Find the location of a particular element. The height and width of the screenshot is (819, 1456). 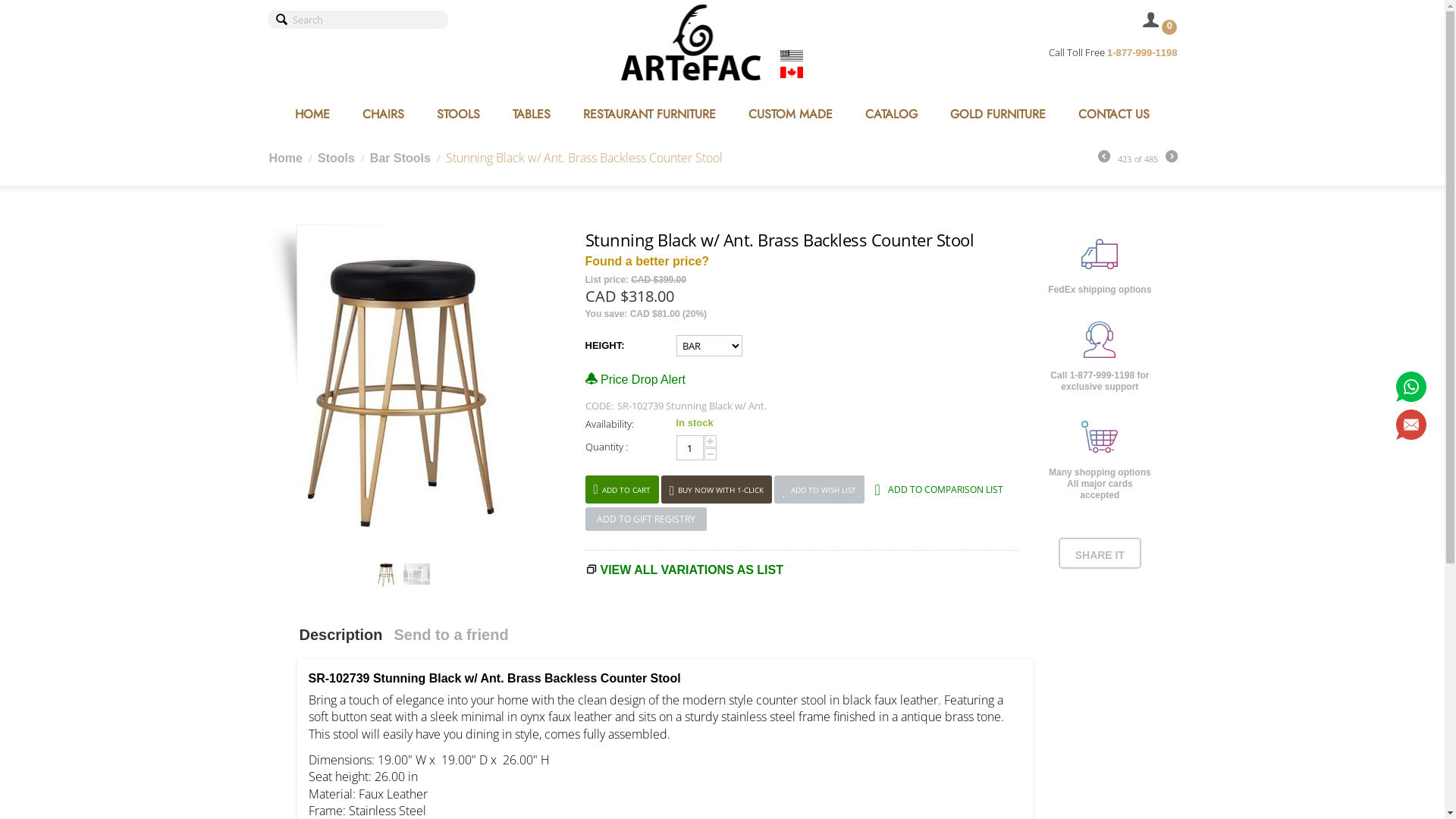

'SHARE IT' is located at coordinates (1100, 555).